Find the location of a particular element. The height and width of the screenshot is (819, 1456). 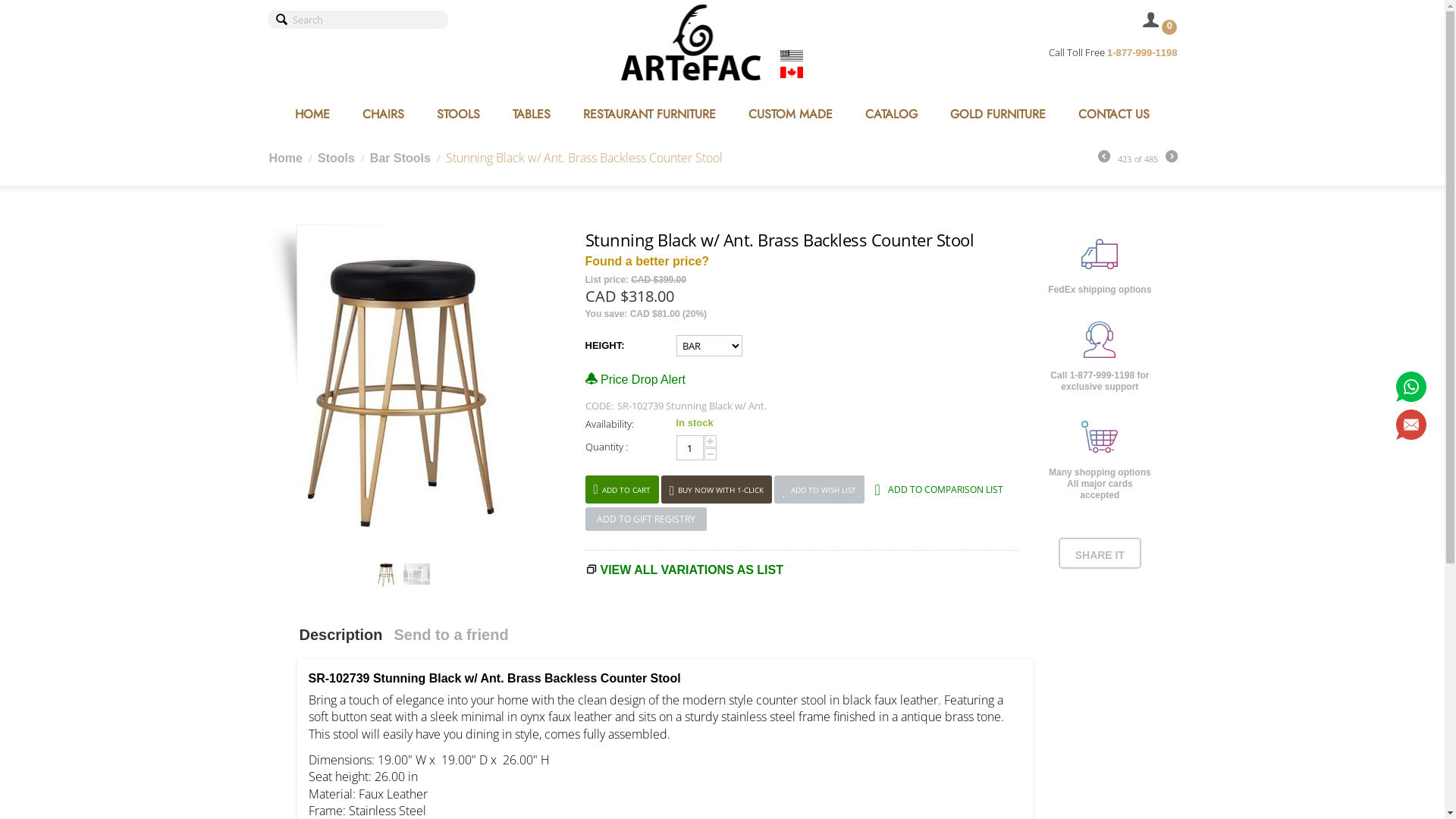

'SHARE IT' is located at coordinates (1100, 555).